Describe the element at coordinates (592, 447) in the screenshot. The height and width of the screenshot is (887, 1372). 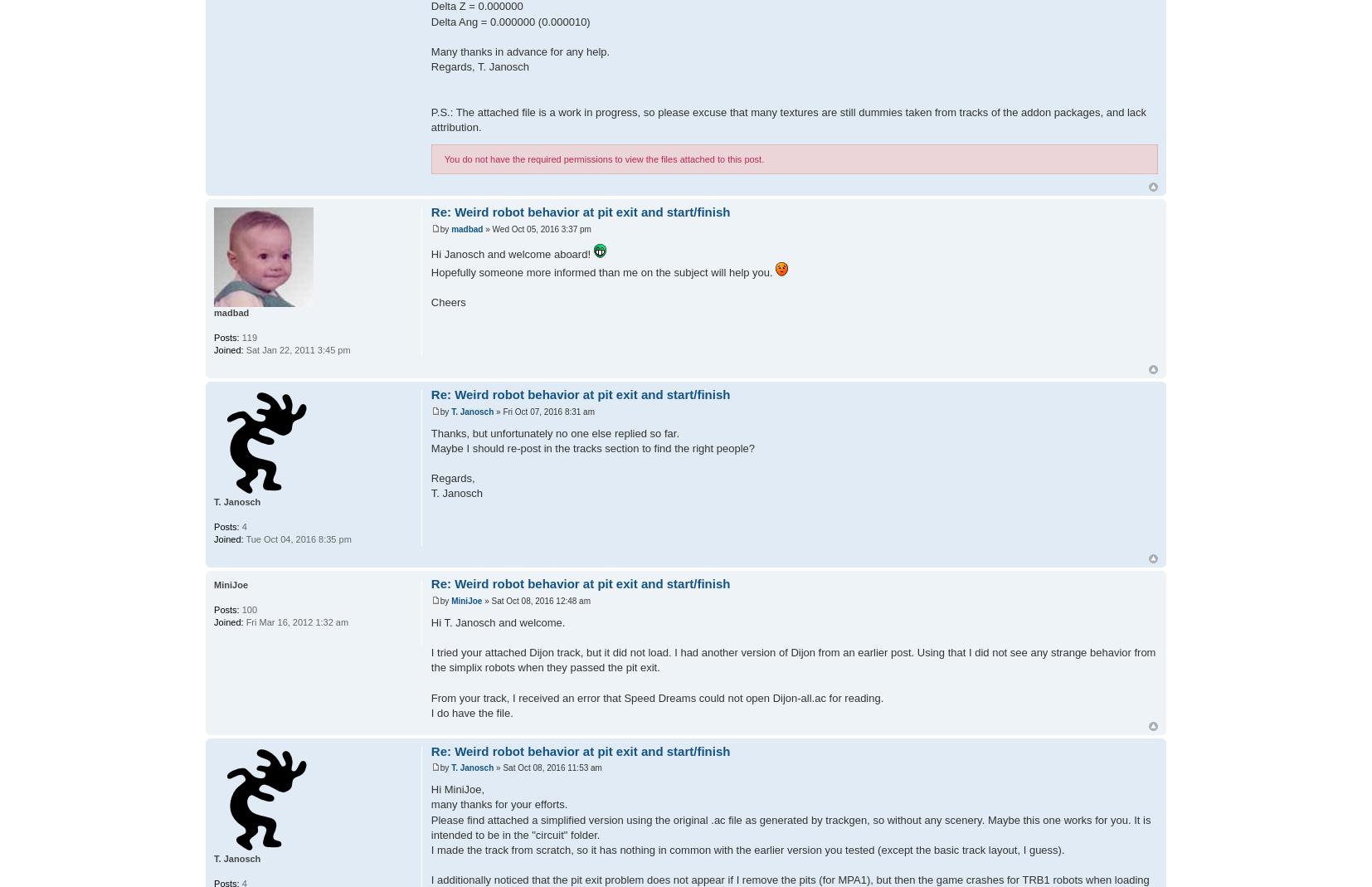
I see `'Maybe I should re-post in the tracks section to find the right people?'` at that location.